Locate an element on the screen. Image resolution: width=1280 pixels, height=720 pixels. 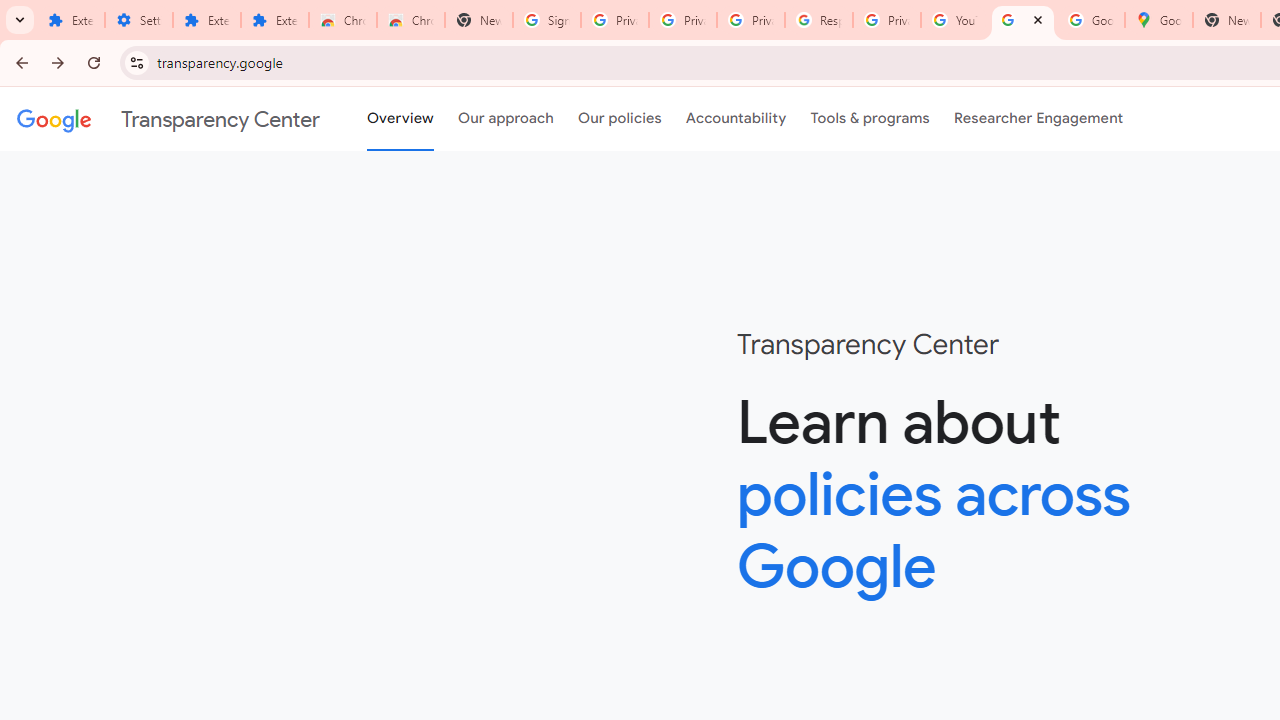
'Extensions' is located at coordinates (273, 20).